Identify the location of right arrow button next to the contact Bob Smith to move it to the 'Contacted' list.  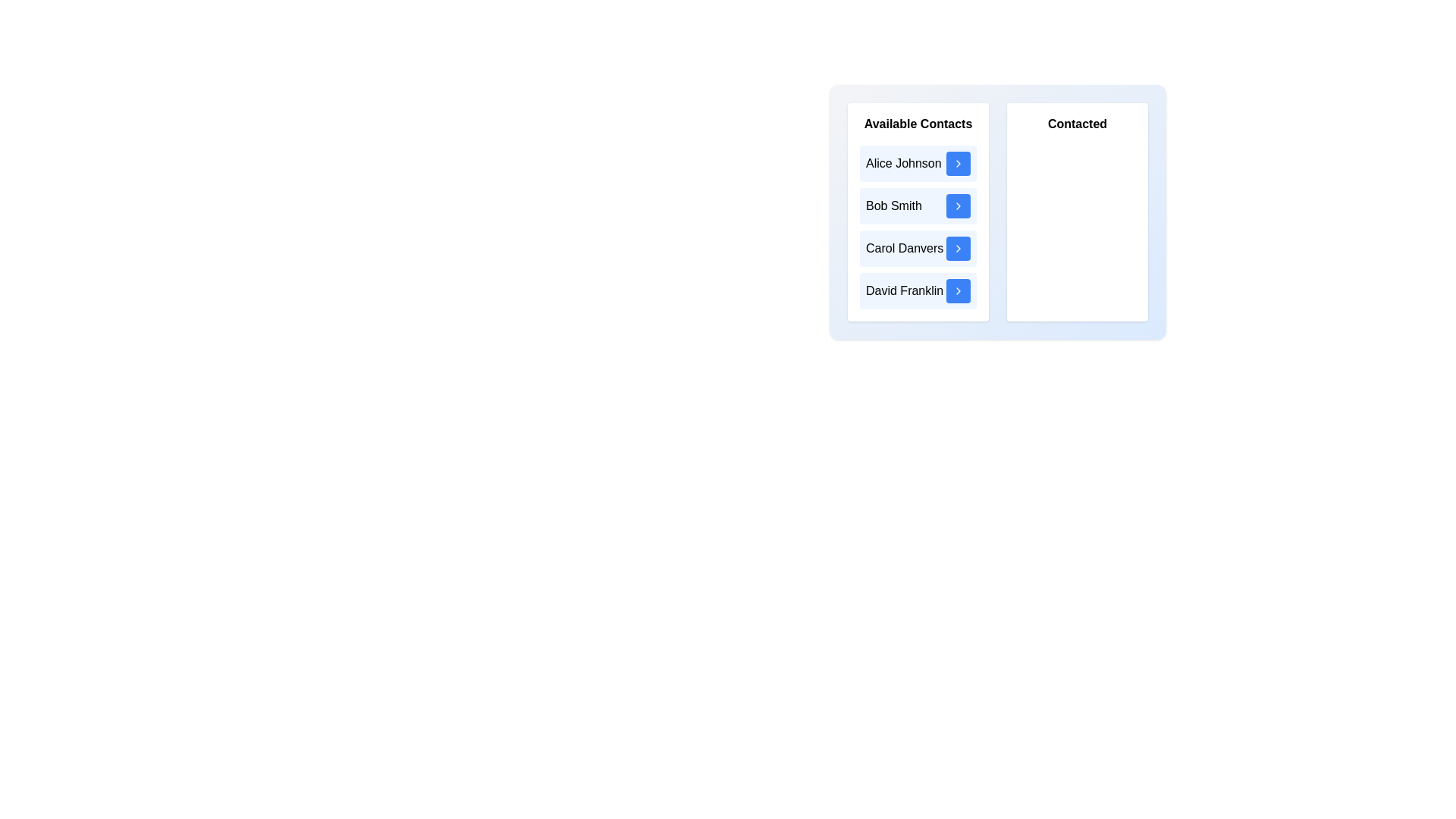
(957, 206).